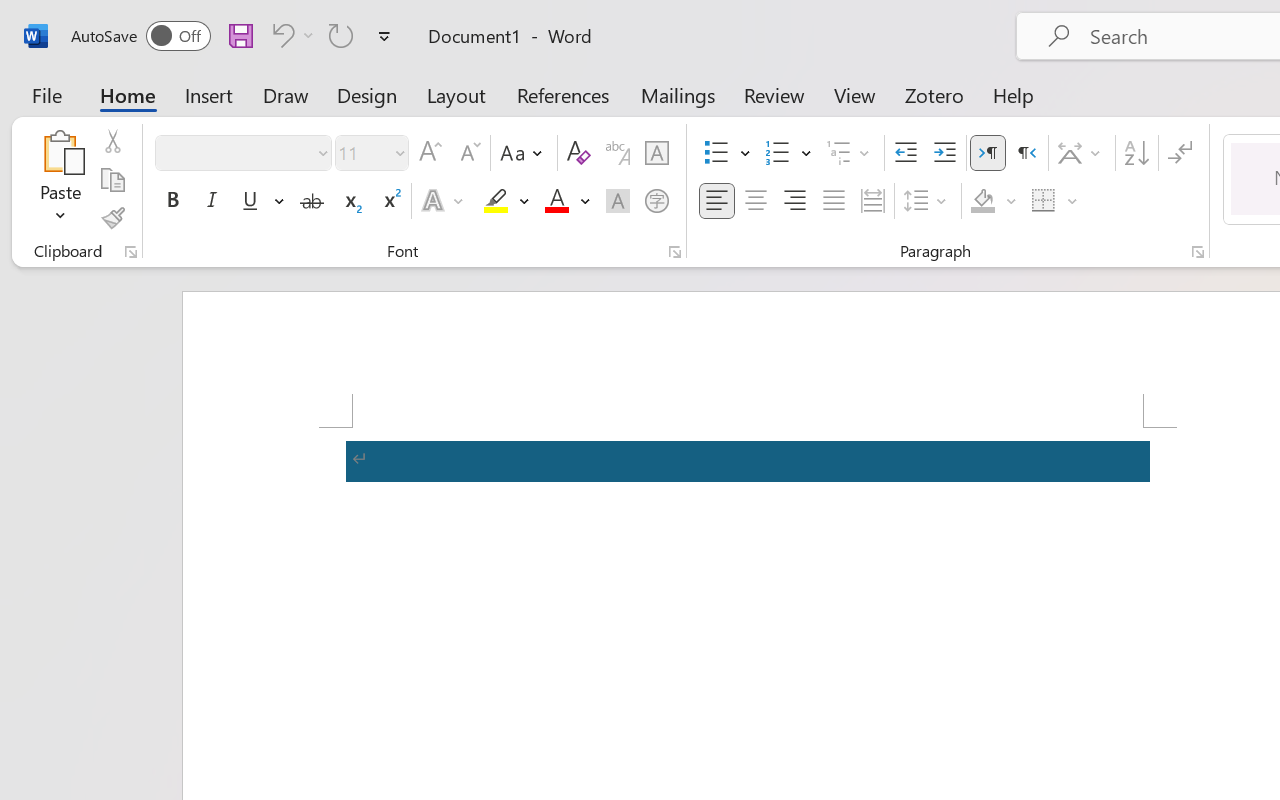  What do you see at coordinates (988, 153) in the screenshot?
I see `'Left-to-Right'` at bounding box center [988, 153].